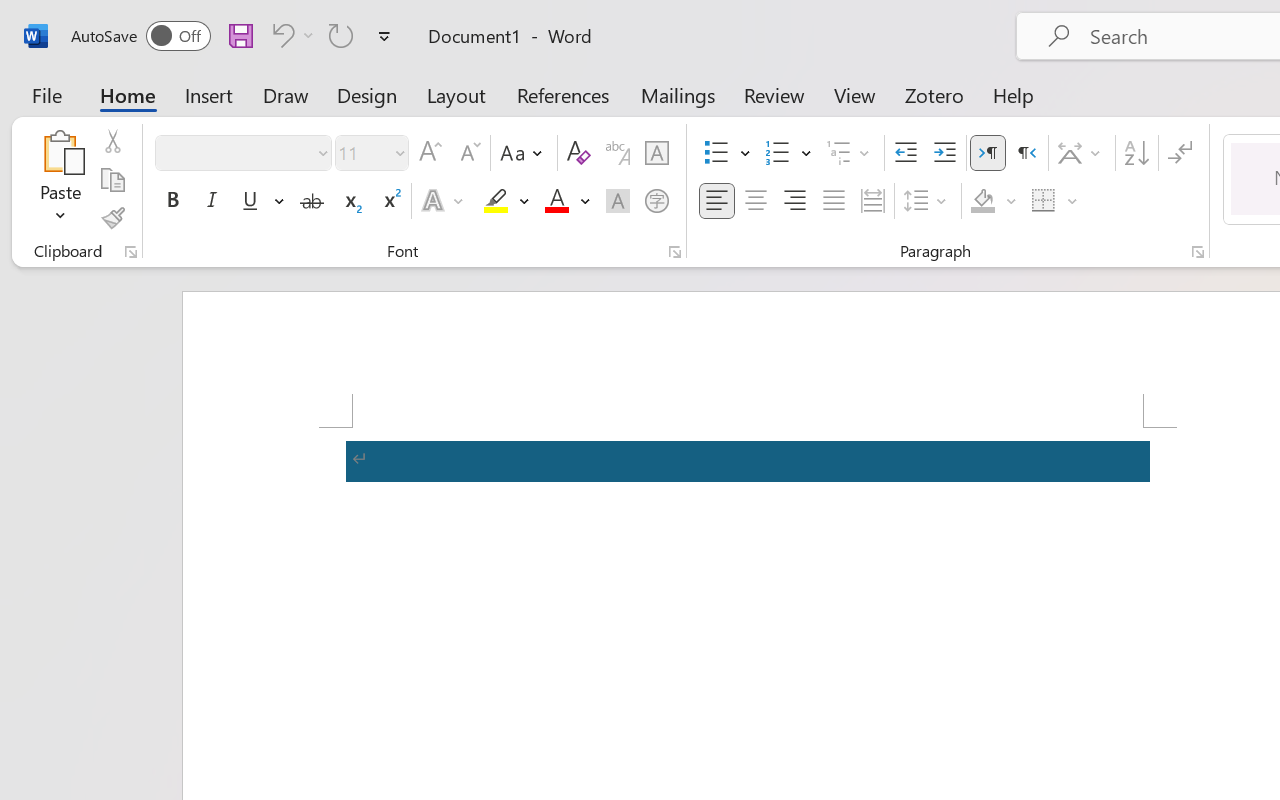  What do you see at coordinates (988, 153) in the screenshot?
I see `'Left-to-Right'` at bounding box center [988, 153].